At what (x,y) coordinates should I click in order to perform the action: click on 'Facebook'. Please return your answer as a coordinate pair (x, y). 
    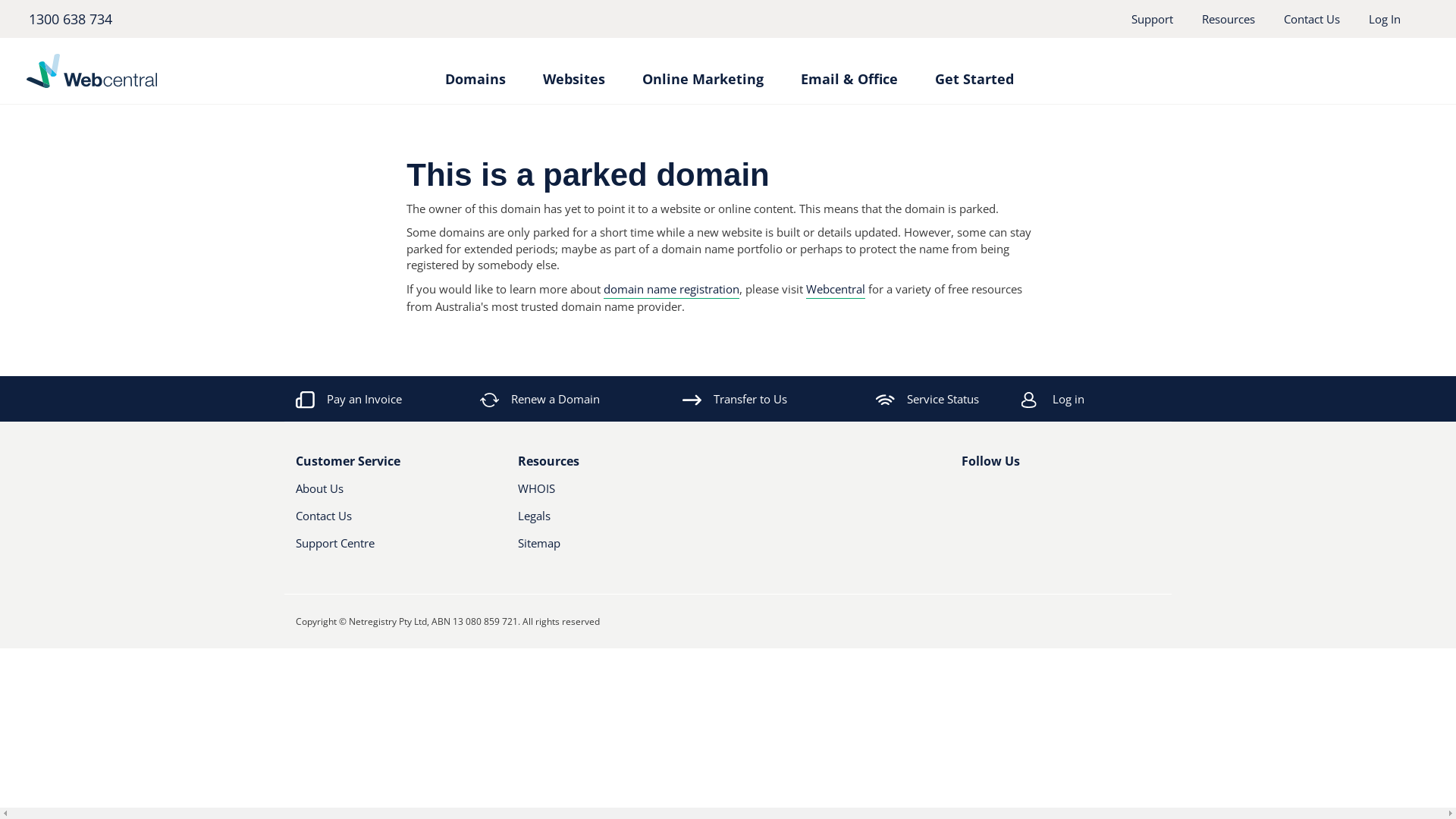
    Looking at the image, I should click on (960, 494).